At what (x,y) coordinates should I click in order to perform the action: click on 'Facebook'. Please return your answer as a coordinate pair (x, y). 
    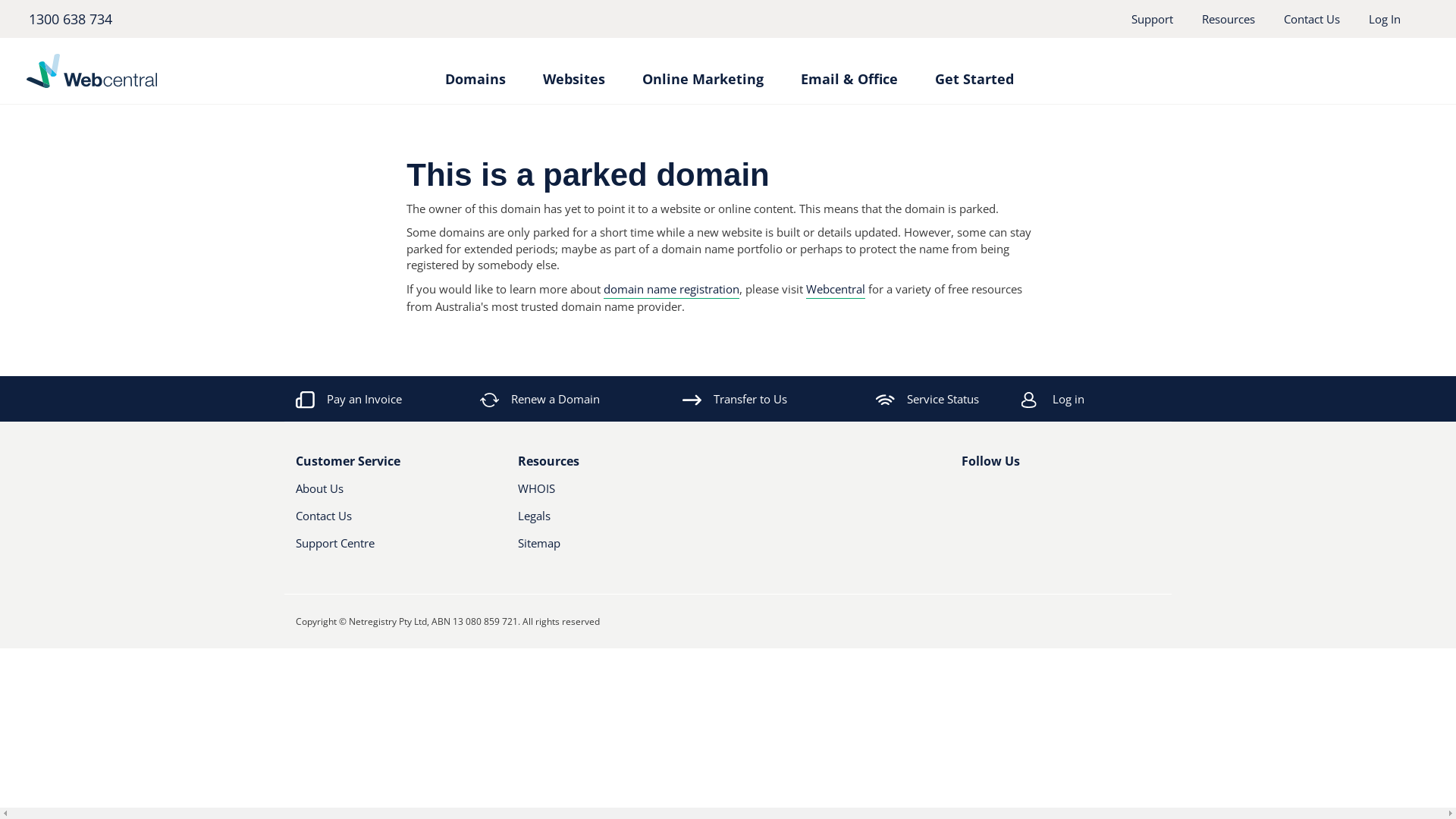
    Looking at the image, I should click on (960, 494).